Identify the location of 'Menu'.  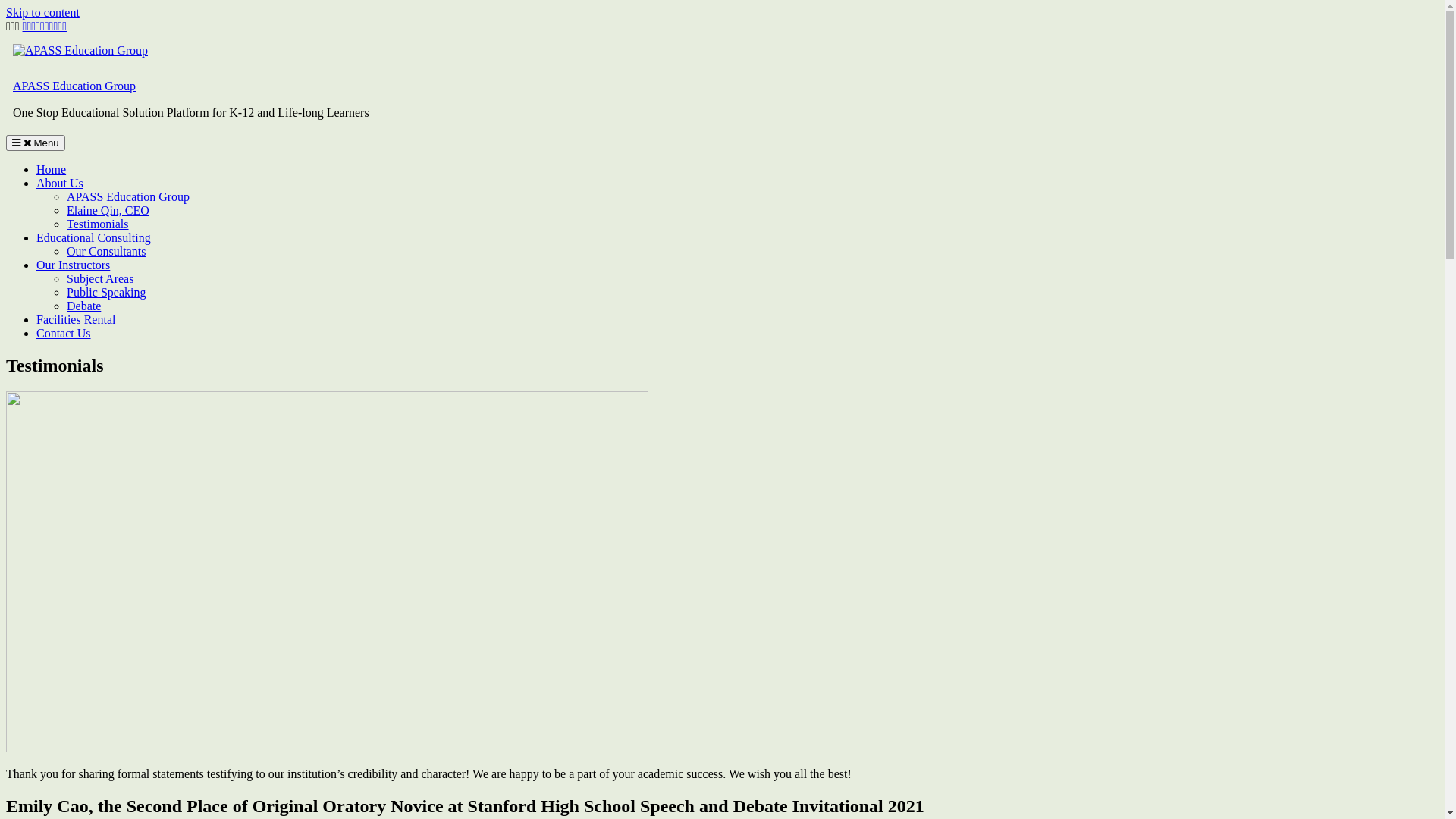
(36, 143).